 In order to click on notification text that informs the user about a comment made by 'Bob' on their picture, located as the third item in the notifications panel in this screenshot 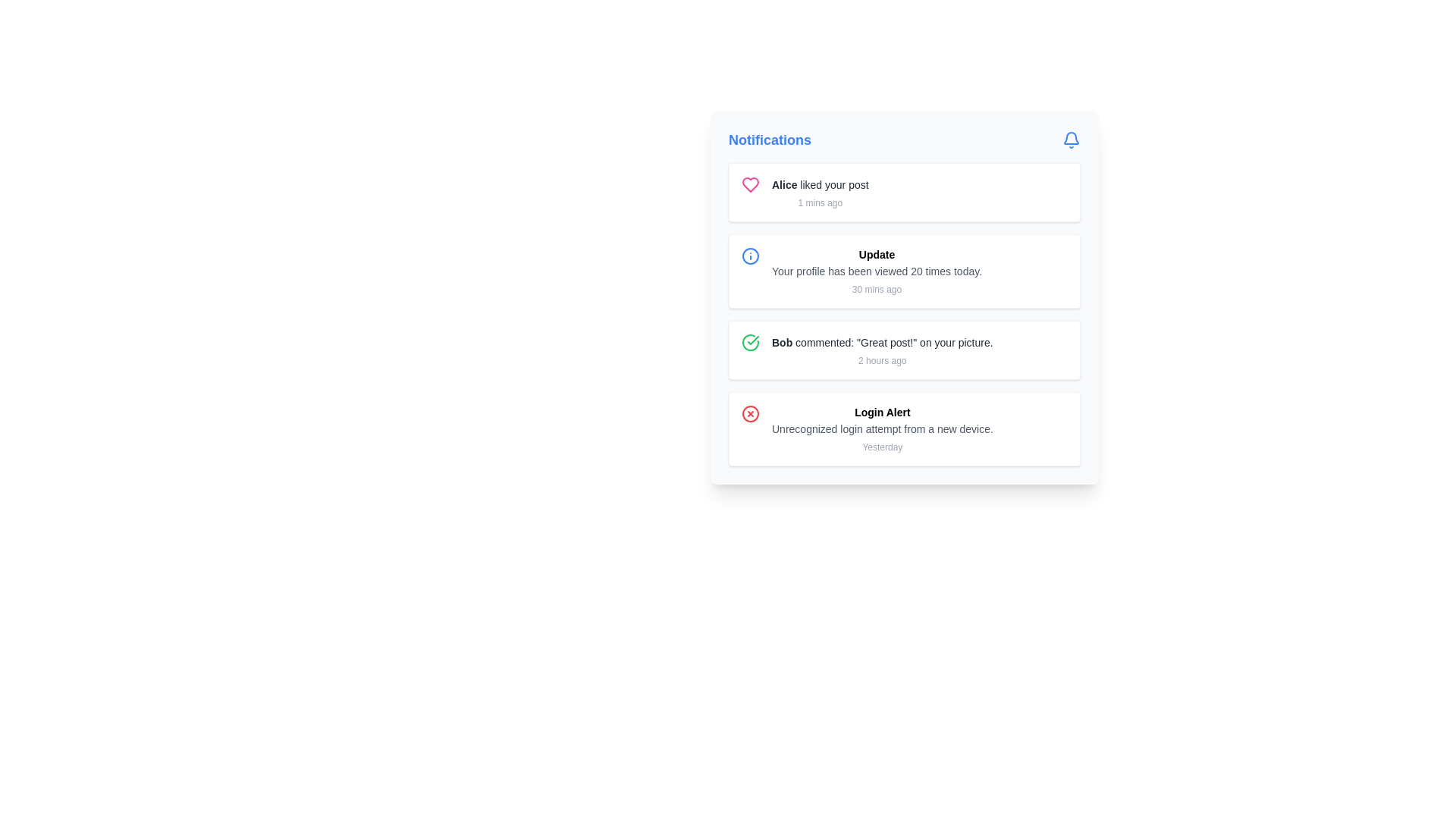, I will do `click(882, 350)`.